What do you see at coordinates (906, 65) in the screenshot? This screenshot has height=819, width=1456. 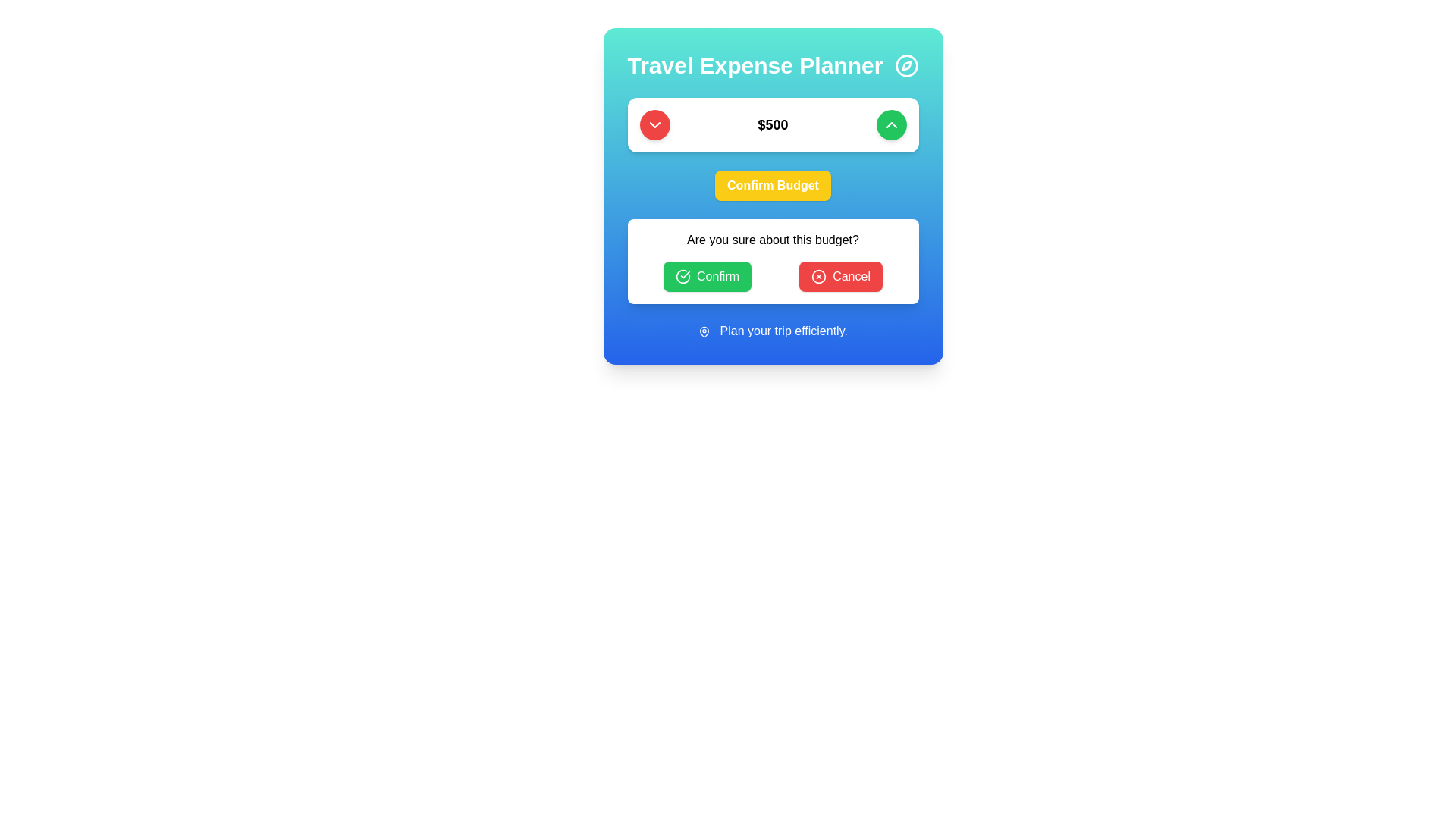 I see `the navigation icon located in the top-right corner of the 'Travel Expense Planner' component, adjacent to the title` at bounding box center [906, 65].